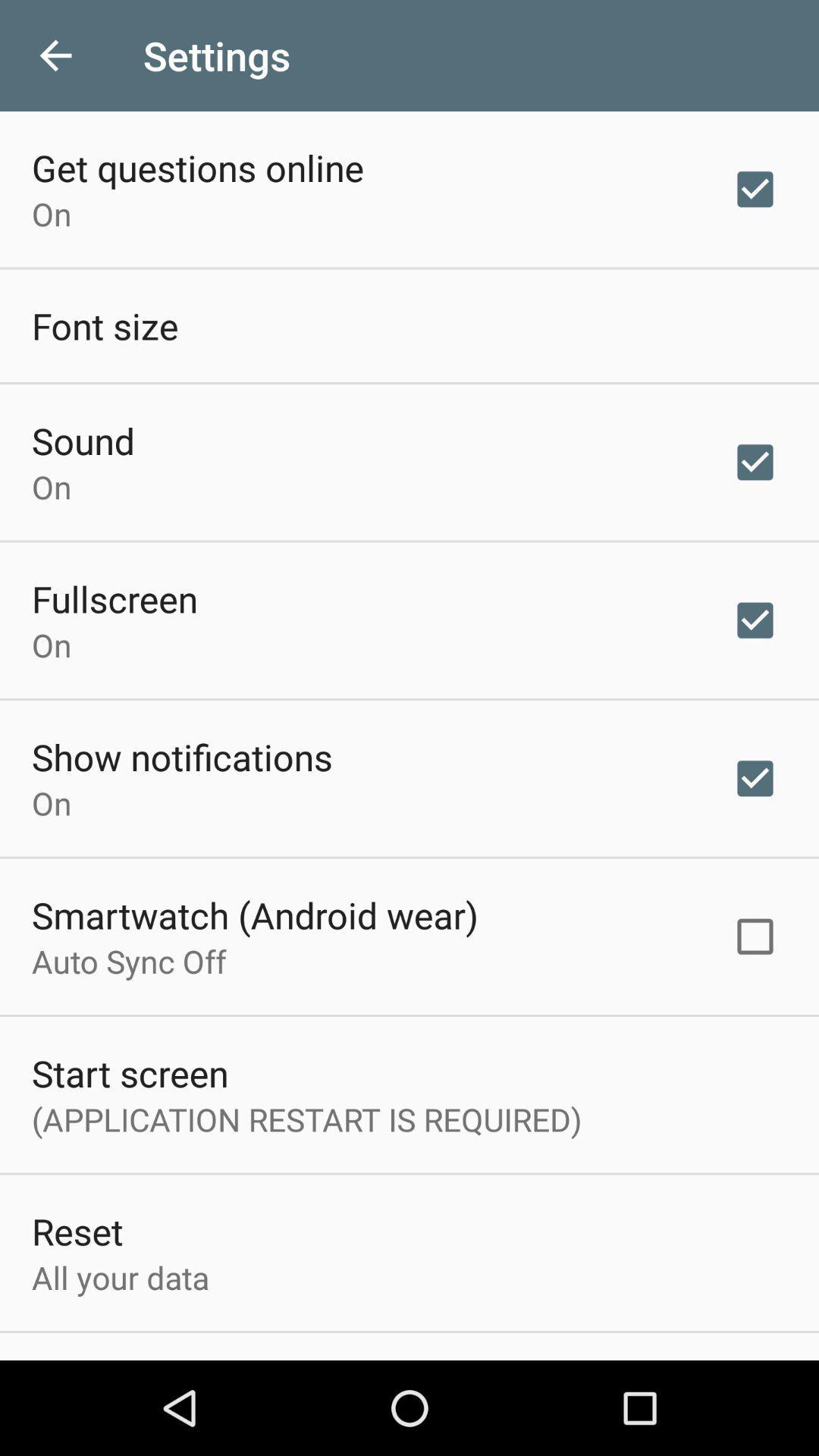 The height and width of the screenshot is (1456, 819). Describe the element at coordinates (83, 440) in the screenshot. I see `sound icon` at that location.